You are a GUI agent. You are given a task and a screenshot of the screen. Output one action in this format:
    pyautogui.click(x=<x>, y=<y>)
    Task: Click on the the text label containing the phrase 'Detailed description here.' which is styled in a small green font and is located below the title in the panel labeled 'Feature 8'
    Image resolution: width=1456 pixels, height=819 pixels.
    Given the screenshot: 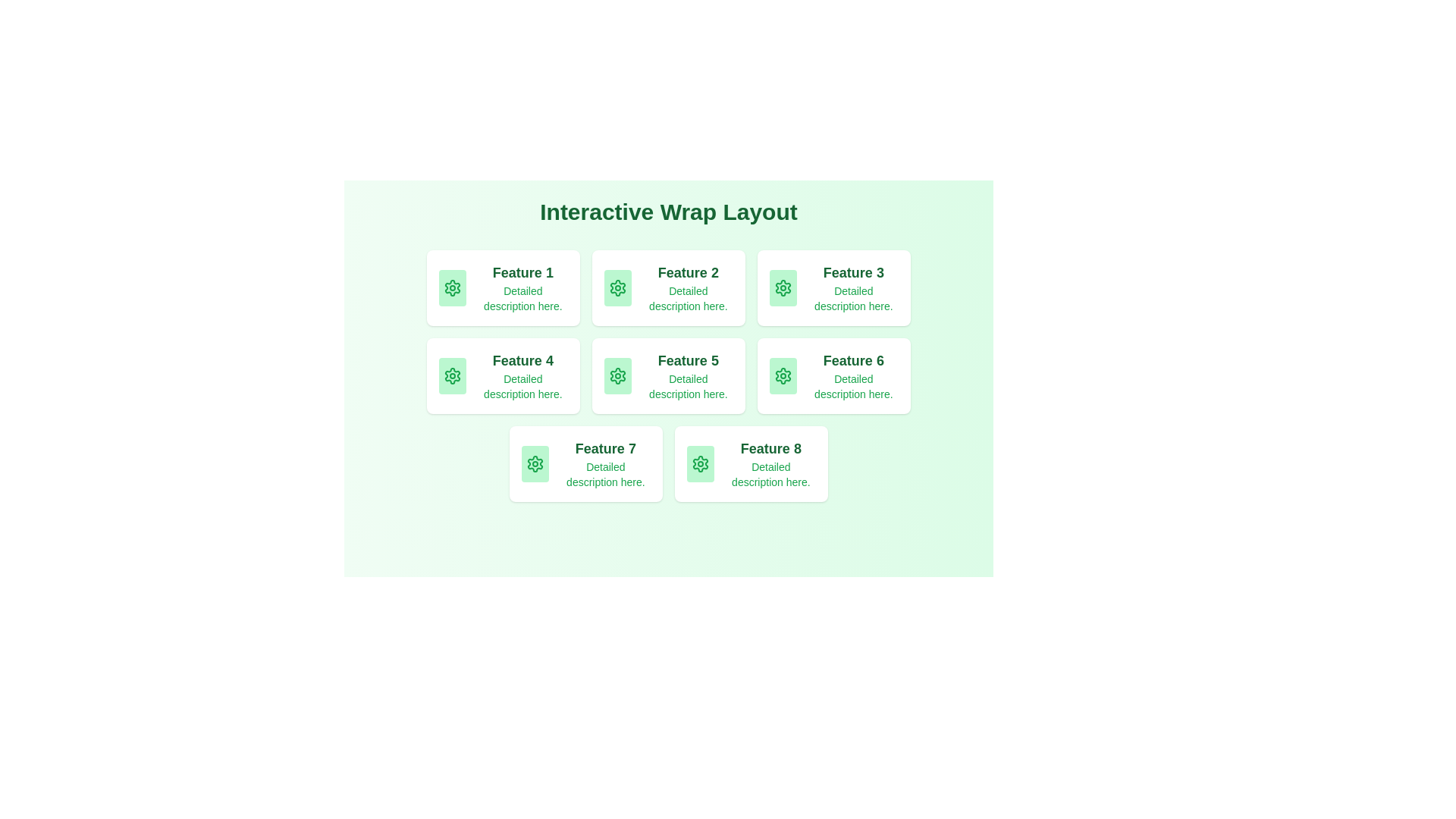 What is the action you would take?
    pyautogui.click(x=770, y=473)
    